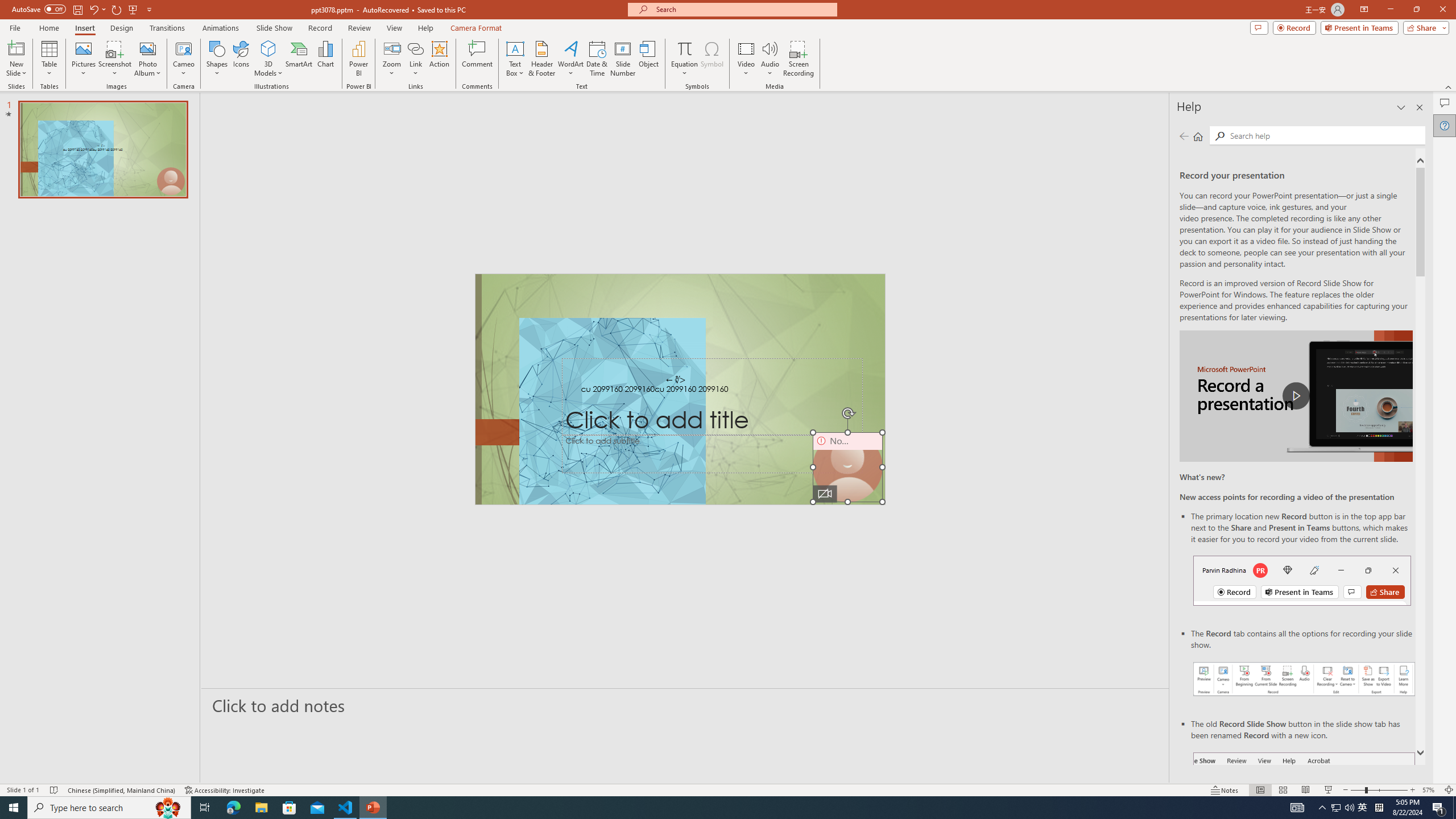 Image resolution: width=1456 pixels, height=819 pixels. What do you see at coordinates (183, 48) in the screenshot?
I see `'Cameo'` at bounding box center [183, 48].